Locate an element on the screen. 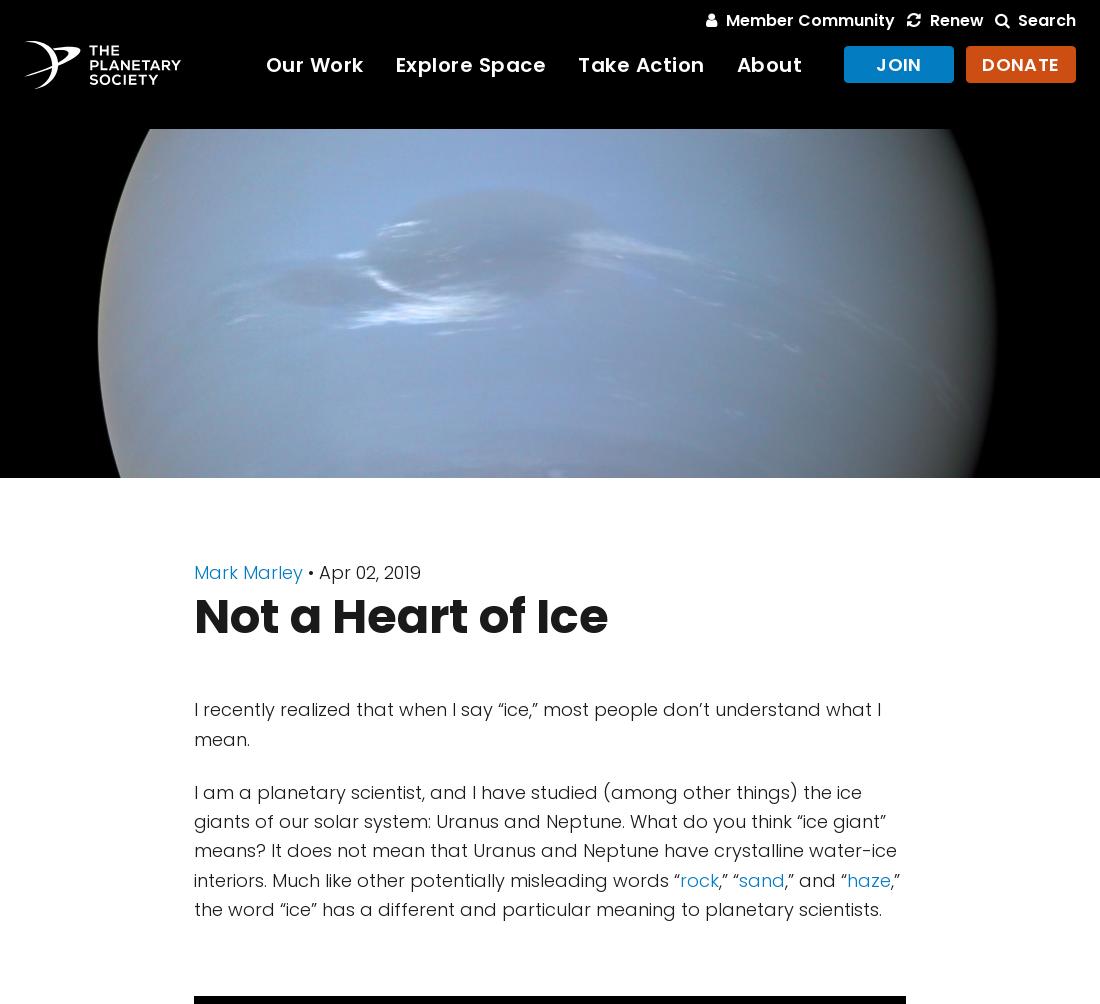  'sand' is located at coordinates (761, 878).